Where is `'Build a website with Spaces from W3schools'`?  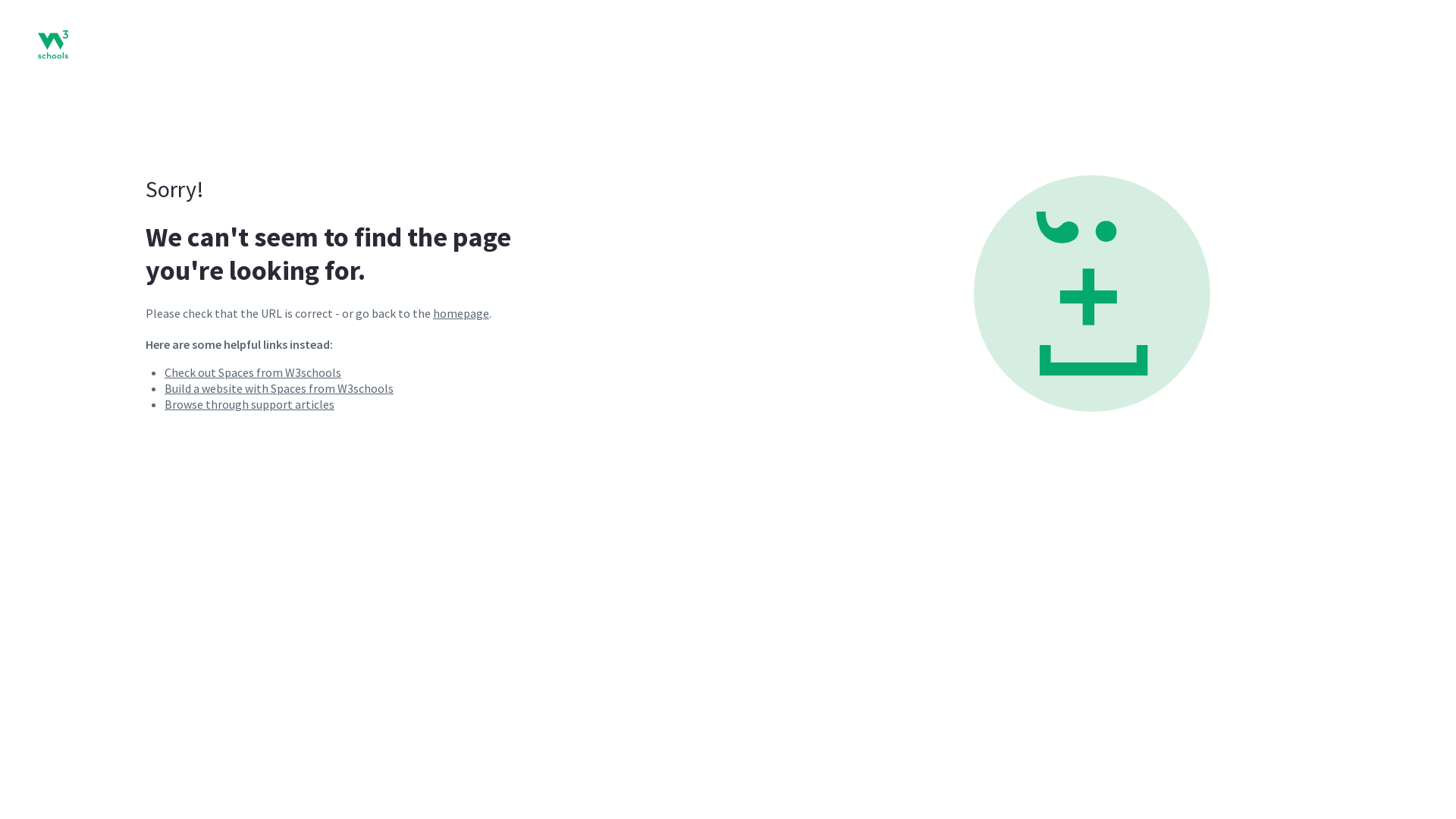
'Build a website with Spaces from W3schools' is located at coordinates (279, 388).